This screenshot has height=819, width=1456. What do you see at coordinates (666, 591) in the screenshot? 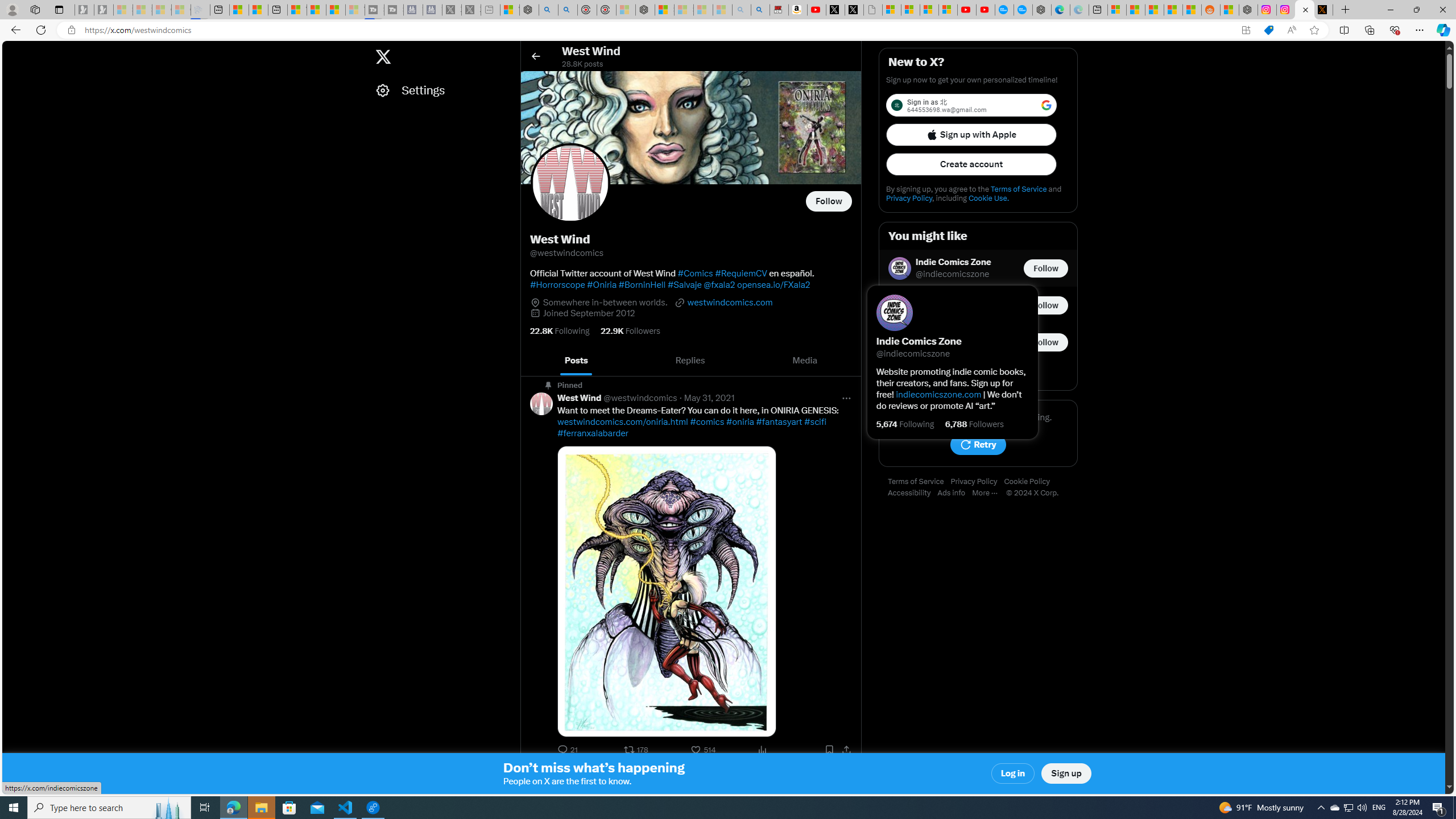
I see `'Image'` at bounding box center [666, 591].